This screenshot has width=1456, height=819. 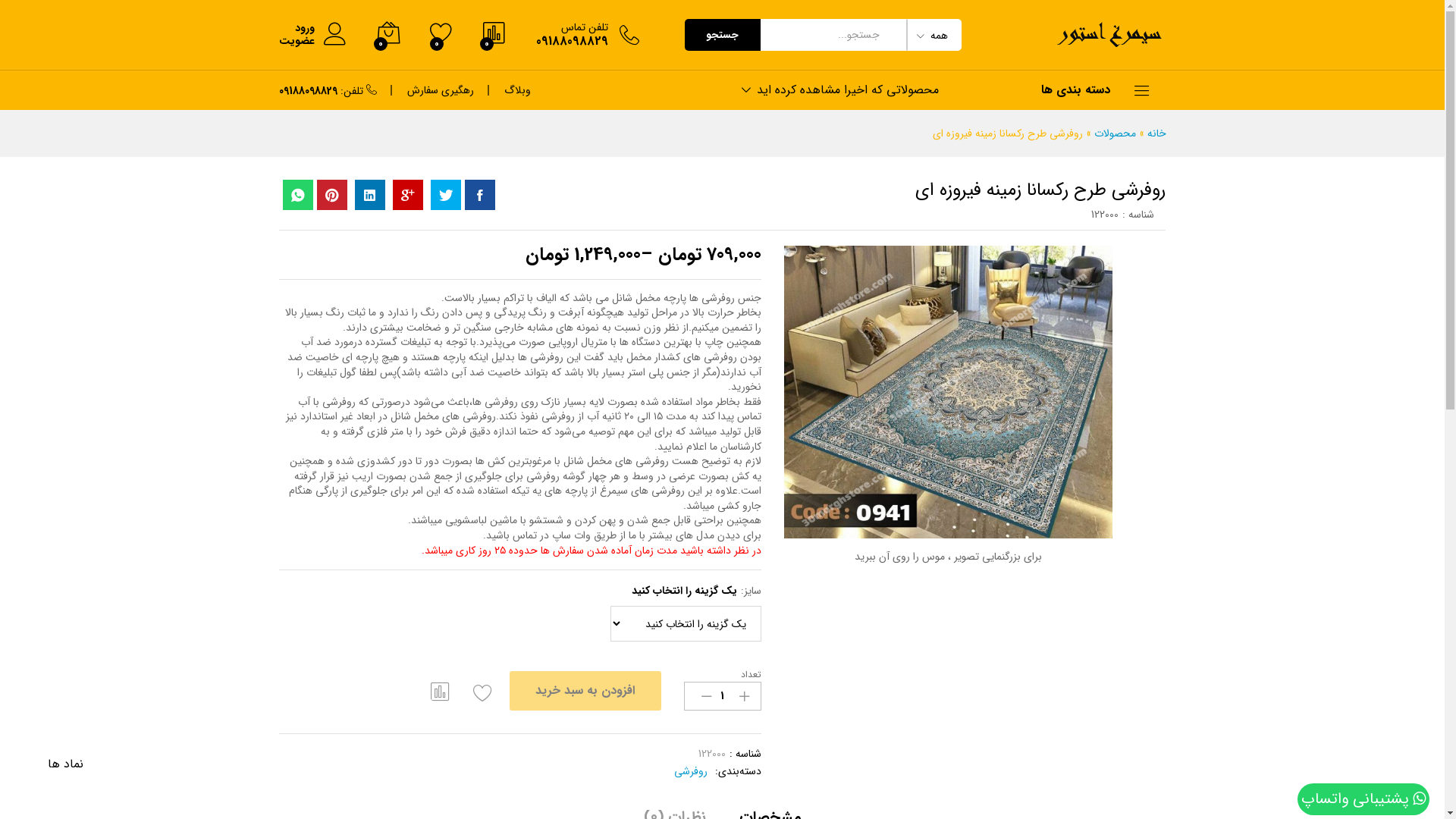 I want to click on '0', so click(x=428, y=34).